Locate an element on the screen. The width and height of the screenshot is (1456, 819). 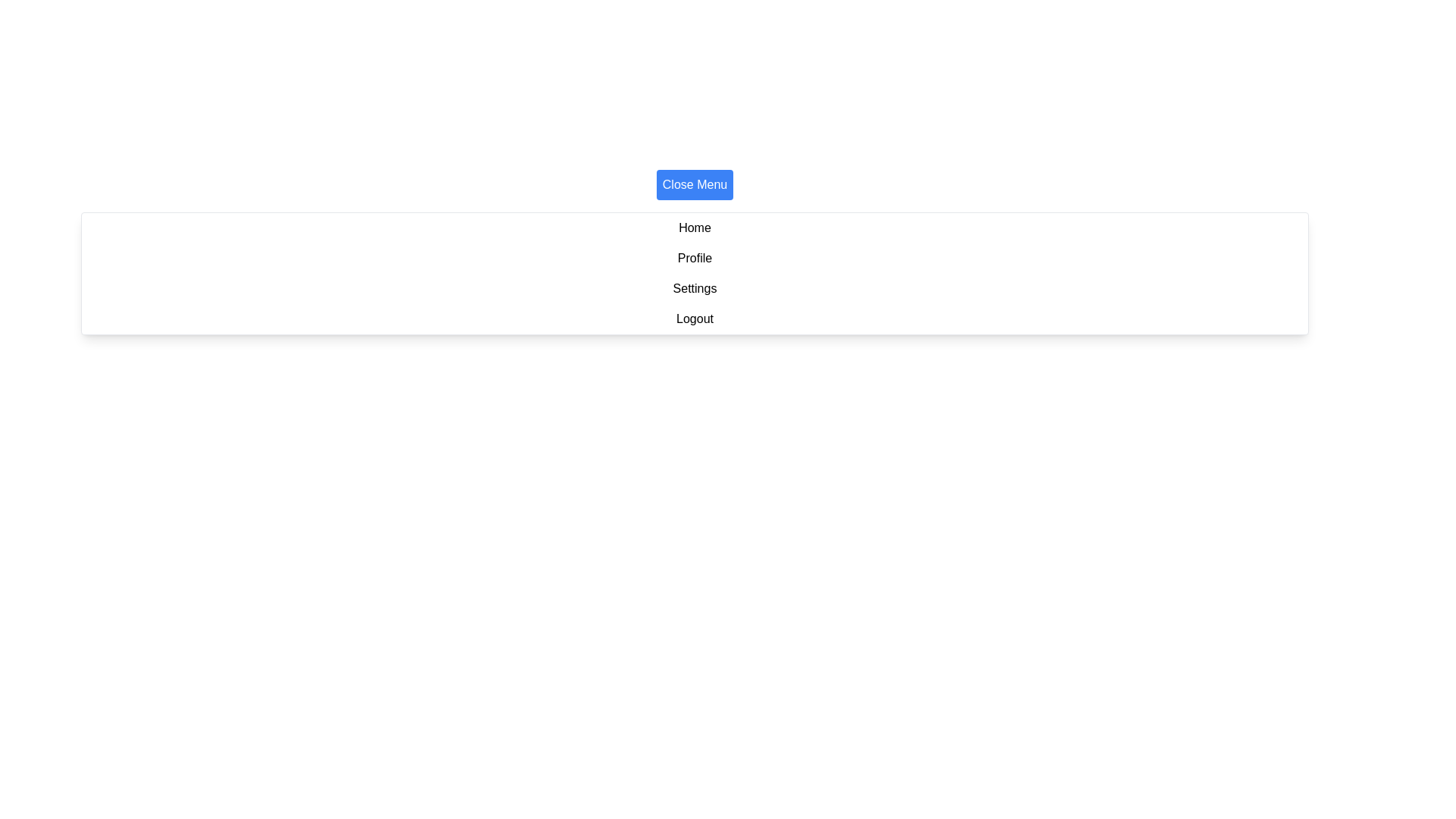
the 'Home' text element, which is the first item in a vertically stacked menu is located at coordinates (694, 227).